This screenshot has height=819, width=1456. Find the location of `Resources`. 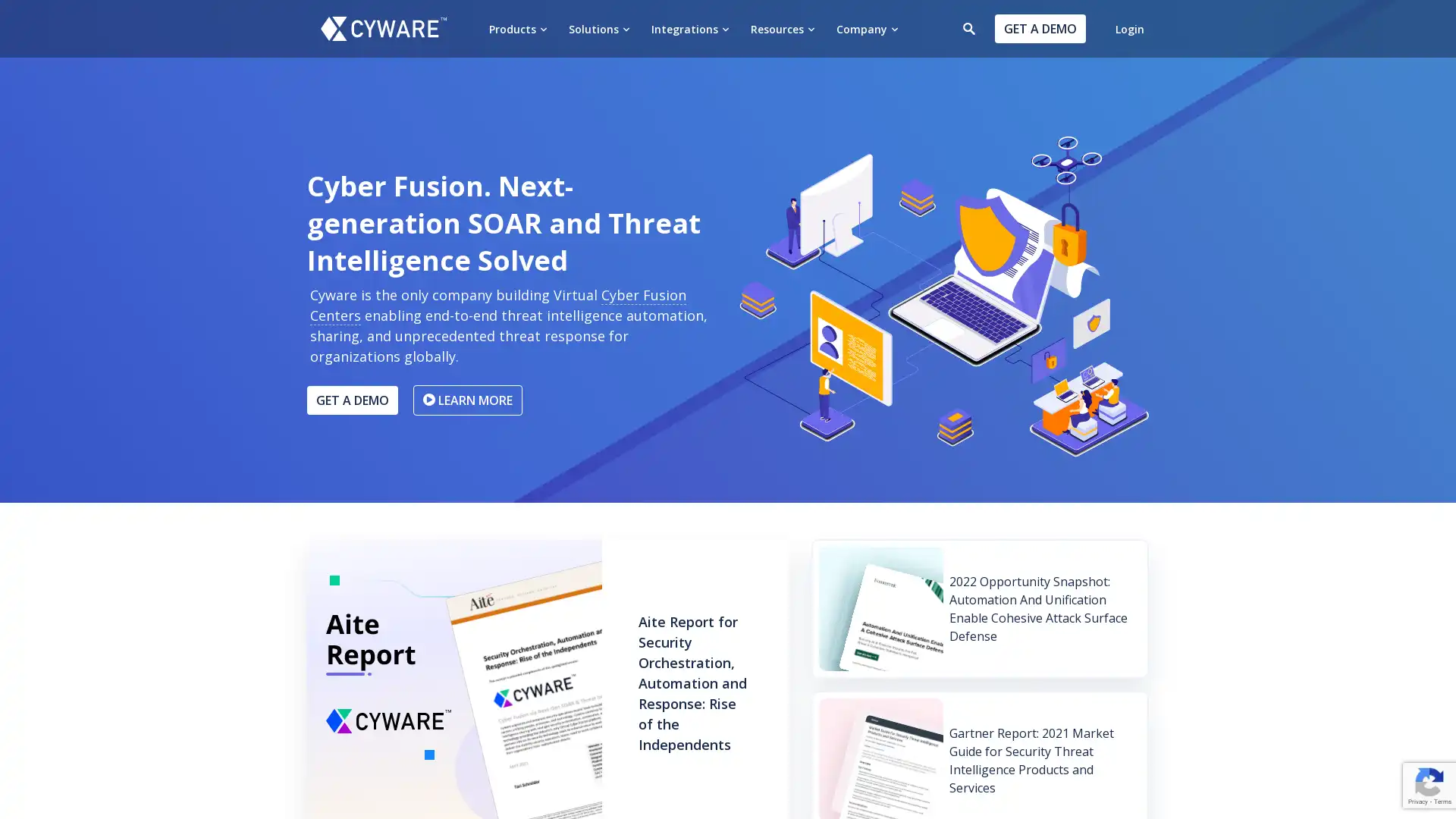

Resources is located at coordinates (783, 28).